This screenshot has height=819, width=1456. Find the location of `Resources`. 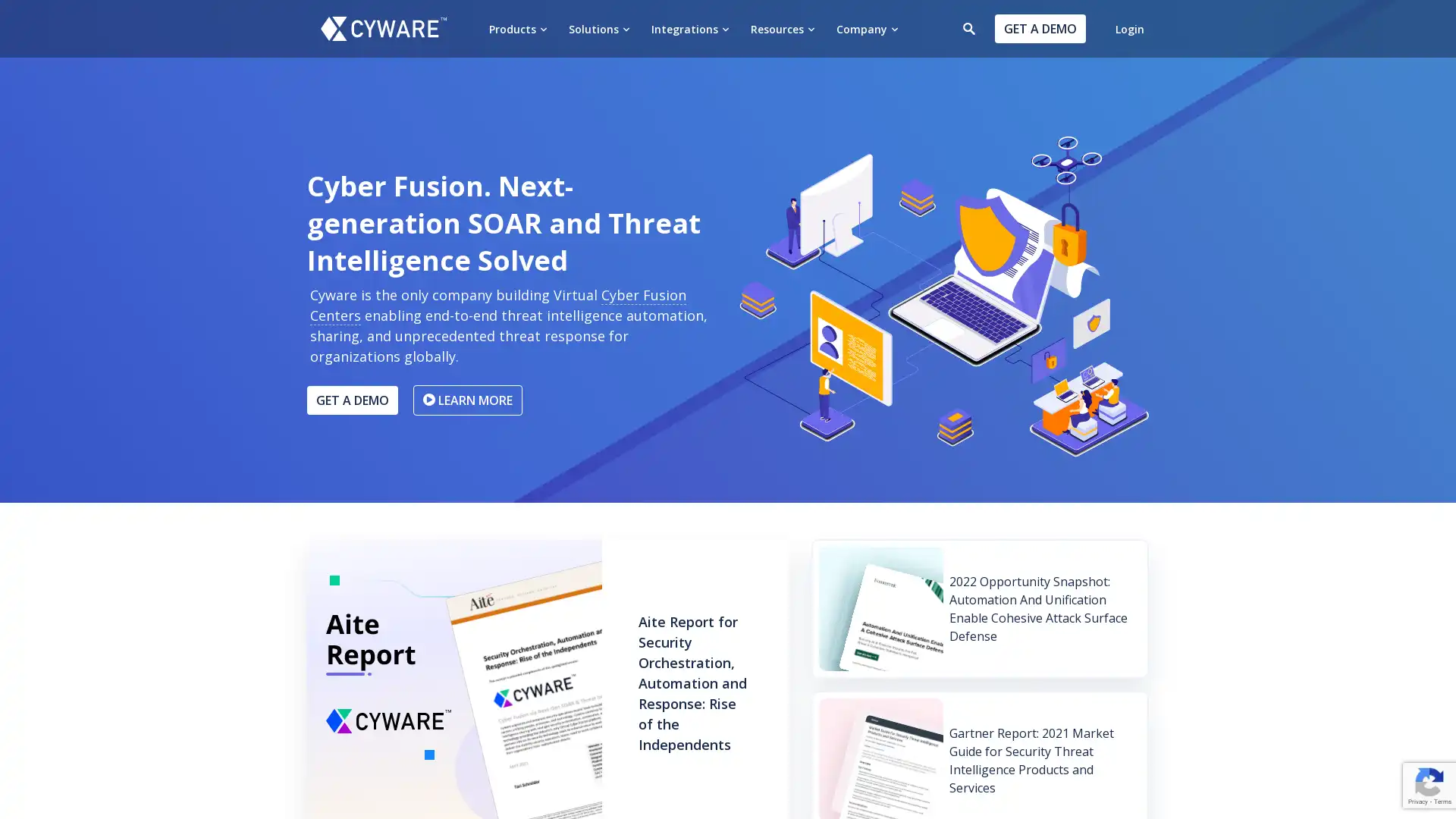

Resources is located at coordinates (783, 28).